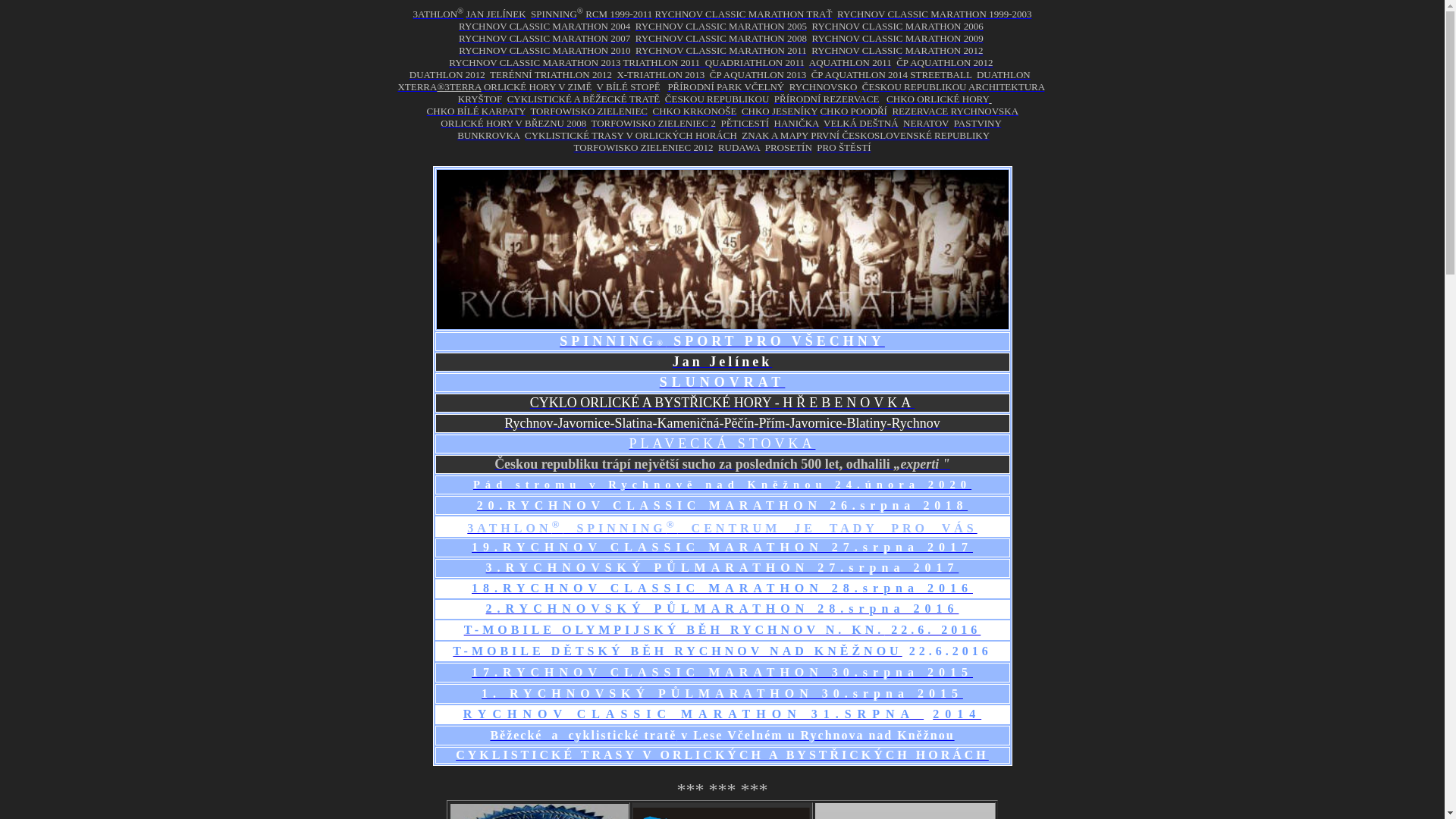 Image resolution: width=1456 pixels, height=819 pixels. Describe the element at coordinates (572, 146) in the screenshot. I see `'TORFOWISKO ZIELENIEC 2012'` at that location.